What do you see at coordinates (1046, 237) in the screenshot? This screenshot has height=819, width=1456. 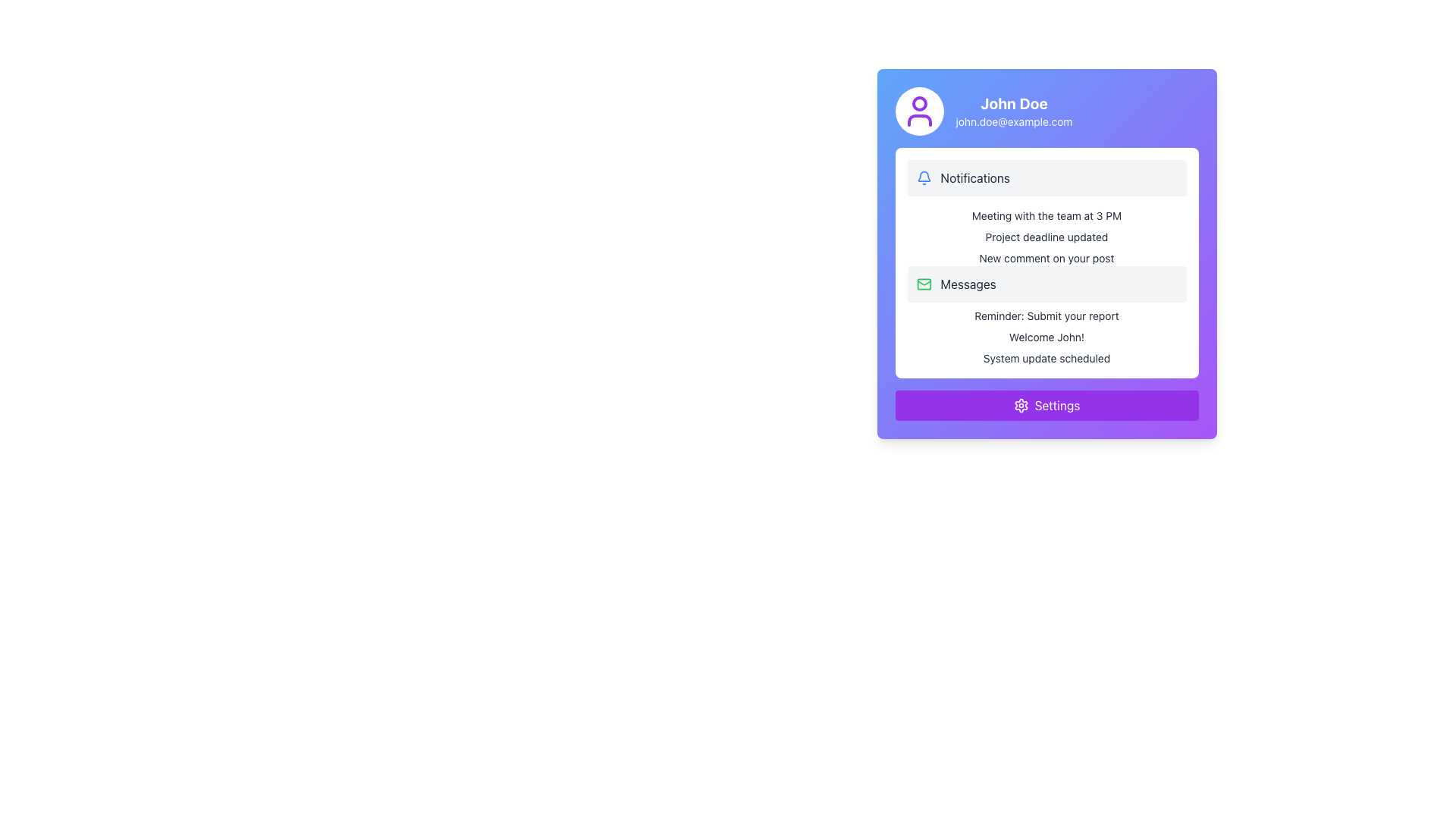 I see `the static text label displaying 'Project deadline updated' located under the 'Notifications' section in the notification card` at bounding box center [1046, 237].